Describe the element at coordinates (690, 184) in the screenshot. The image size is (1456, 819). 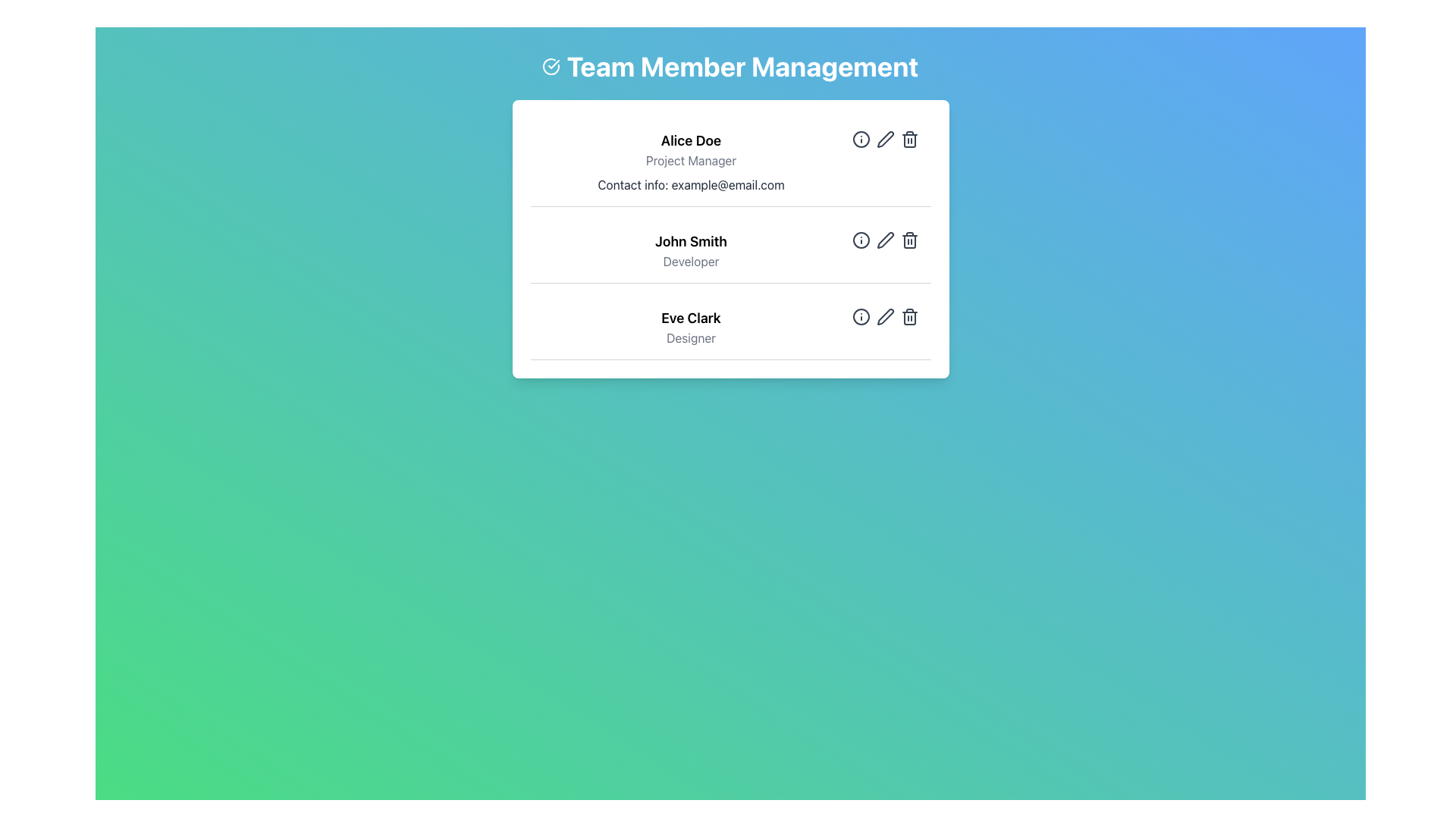
I see `informational text label displaying the contact information for 'Alice Doe' located centrally within the first team member card beneath the 'Project Manager' title` at that location.